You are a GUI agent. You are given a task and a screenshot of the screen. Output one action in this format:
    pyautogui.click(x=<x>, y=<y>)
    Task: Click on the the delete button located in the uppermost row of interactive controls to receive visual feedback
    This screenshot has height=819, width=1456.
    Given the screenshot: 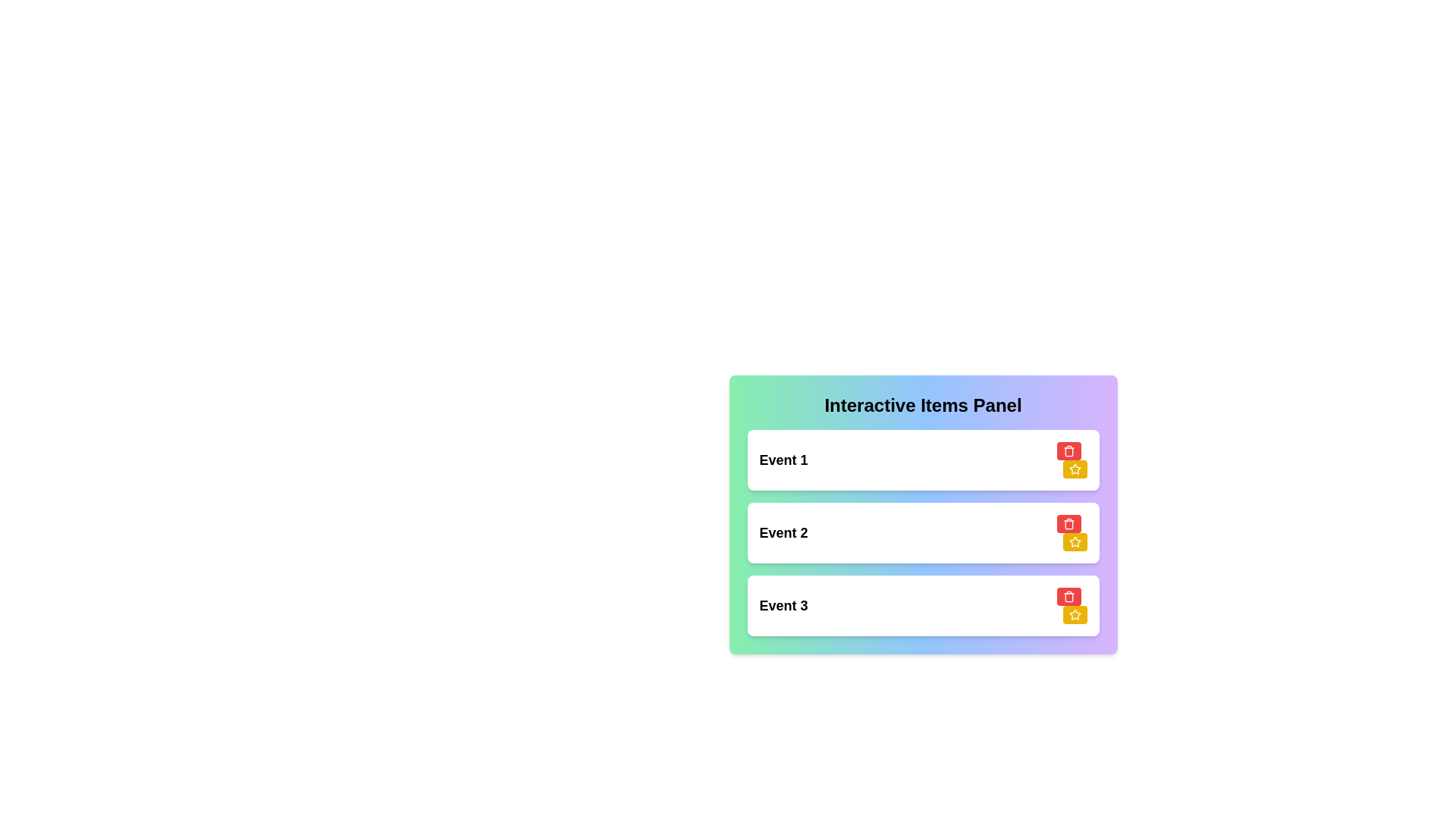 What is the action you would take?
    pyautogui.click(x=1068, y=450)
    